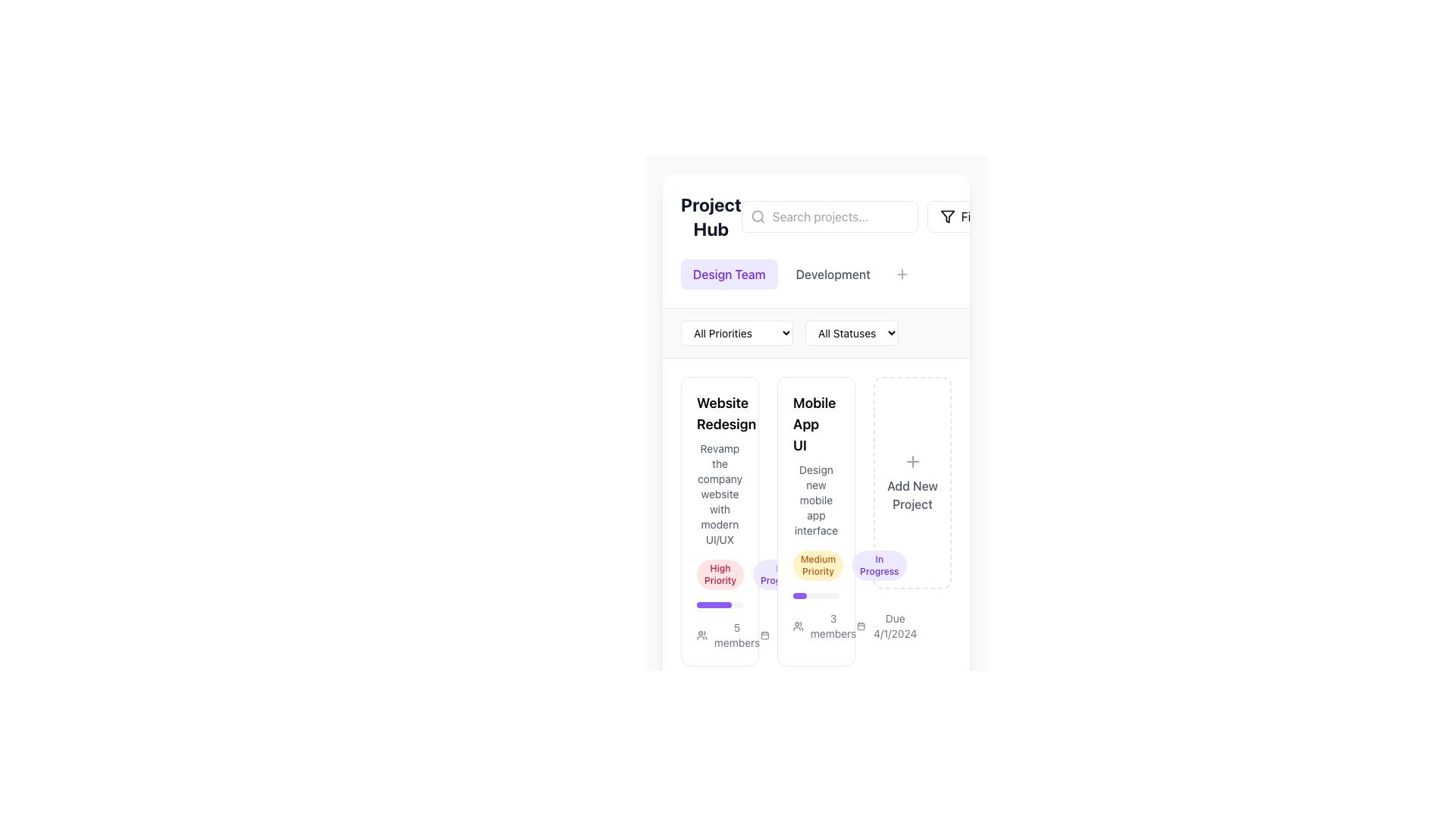 The width and height of the screenshot is (1456, 819). What do you see at coordinates (879, 565) in the screenshot?
I see `status of the 'In Progress' tag, which is a rounded rectangle with a light violet background and bold purple text, located in the 'Mobile App UI' card` at bounding box center [879, 565].